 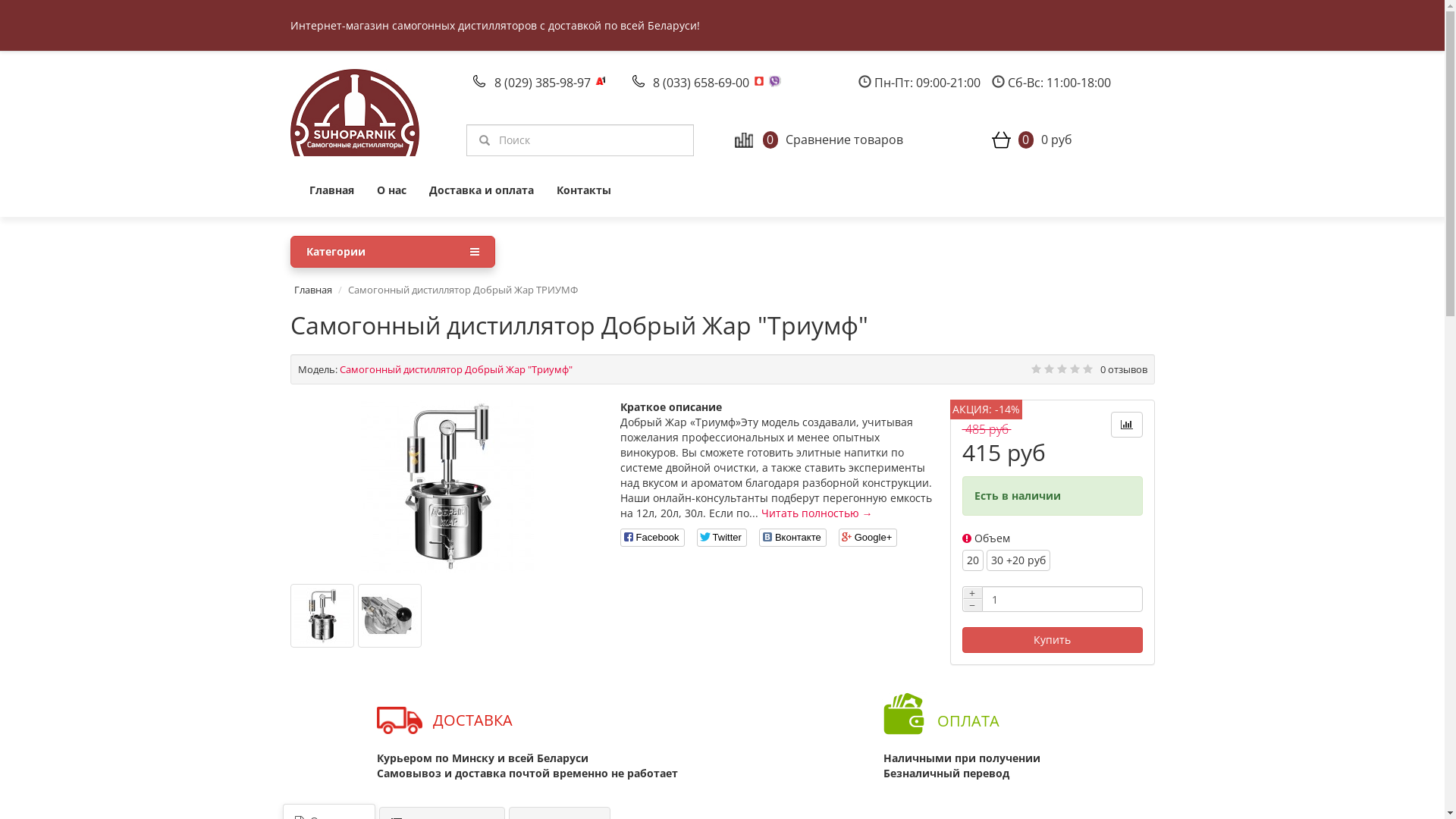 What do you see at coordinates (544, 82) in the screenshot?
I see `'8 (029) 385-98-97'` at bounding box center [544, 82].